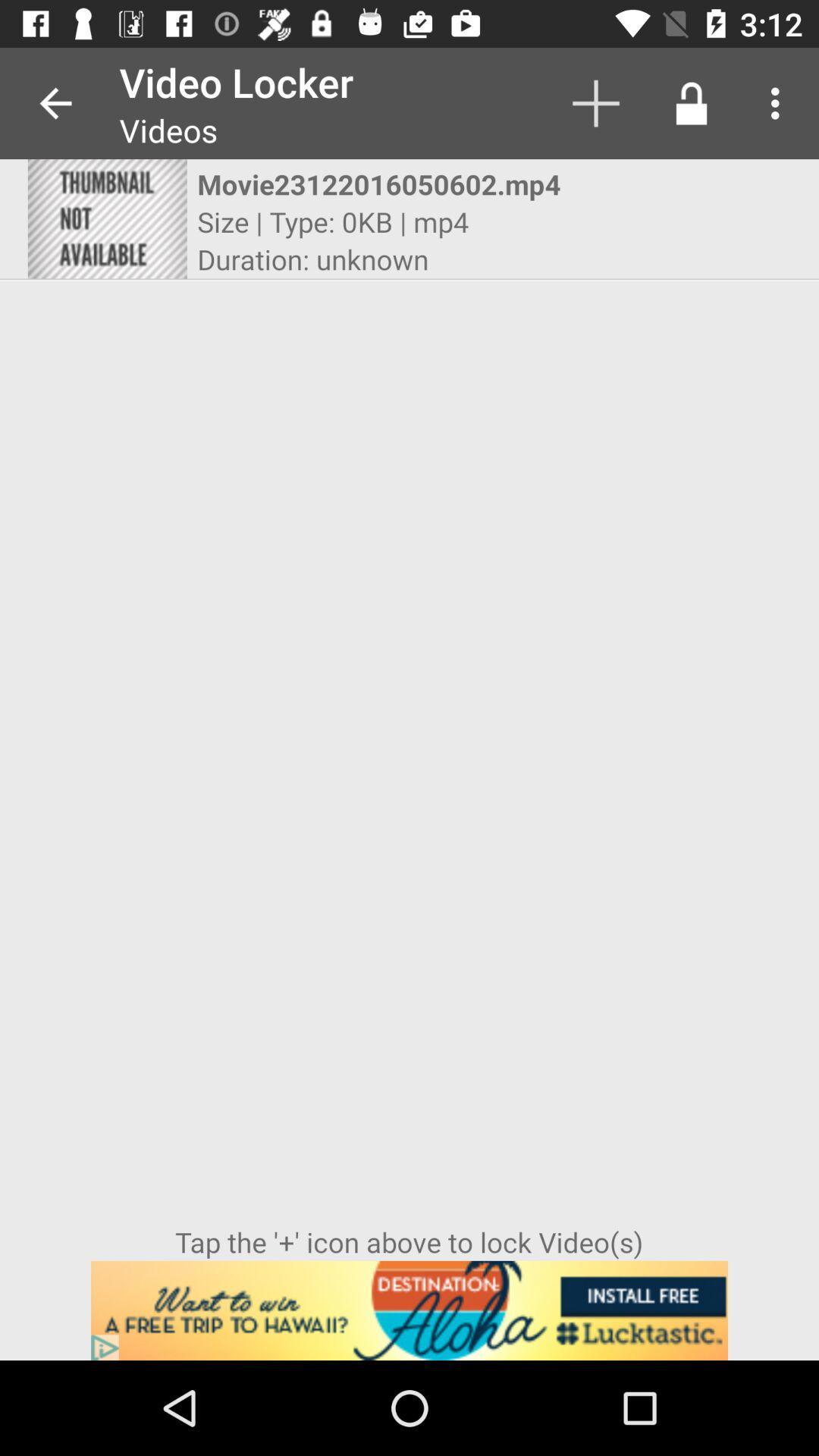  Describe the element at coordinates (312, 259) in the screenshot. I see `item below the size type 0kb item` at that location.